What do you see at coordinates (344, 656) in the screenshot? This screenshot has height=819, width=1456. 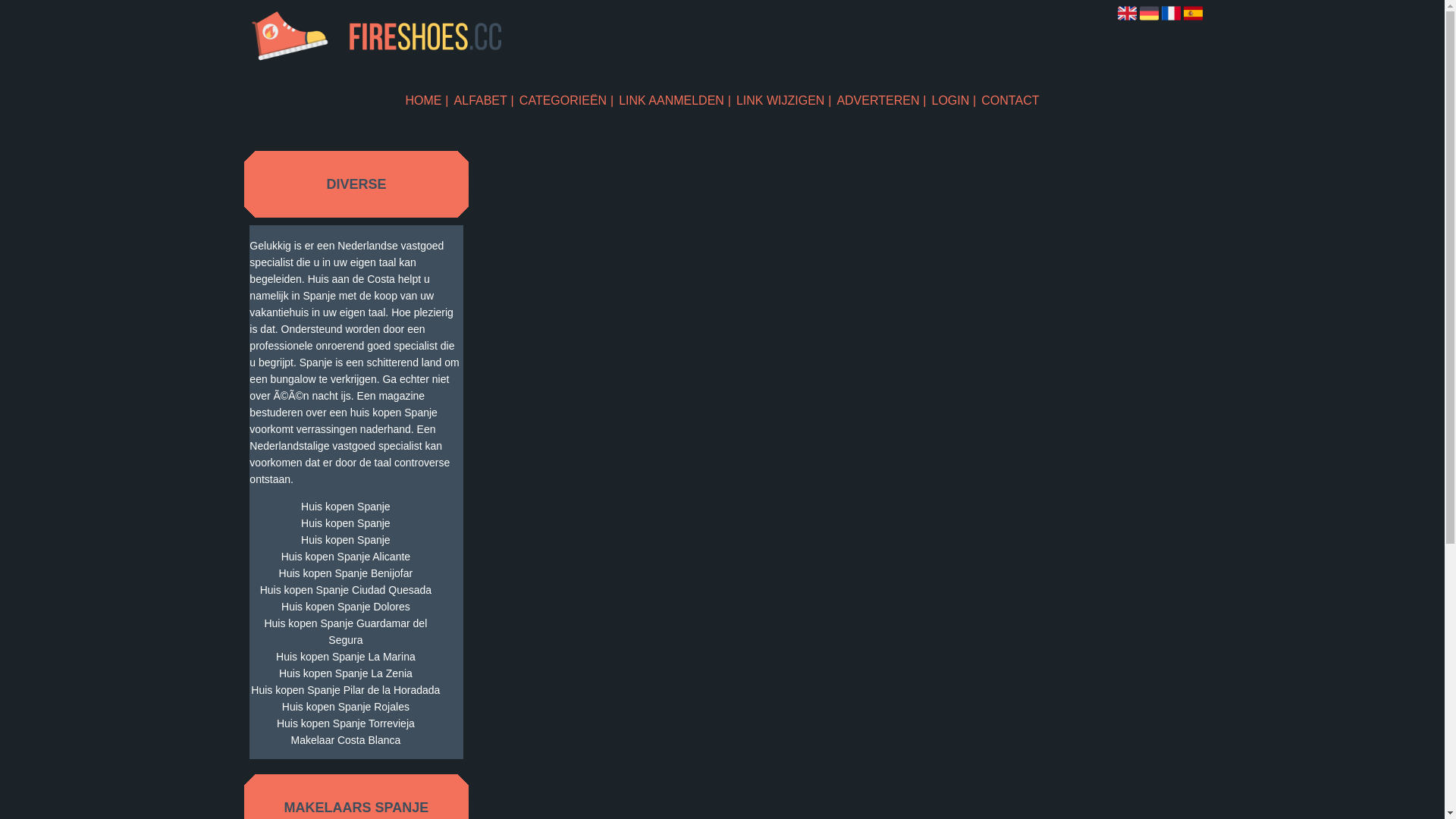 I see `'Huis kopen Spanje La Marina'` at bounding box center [344, 656].